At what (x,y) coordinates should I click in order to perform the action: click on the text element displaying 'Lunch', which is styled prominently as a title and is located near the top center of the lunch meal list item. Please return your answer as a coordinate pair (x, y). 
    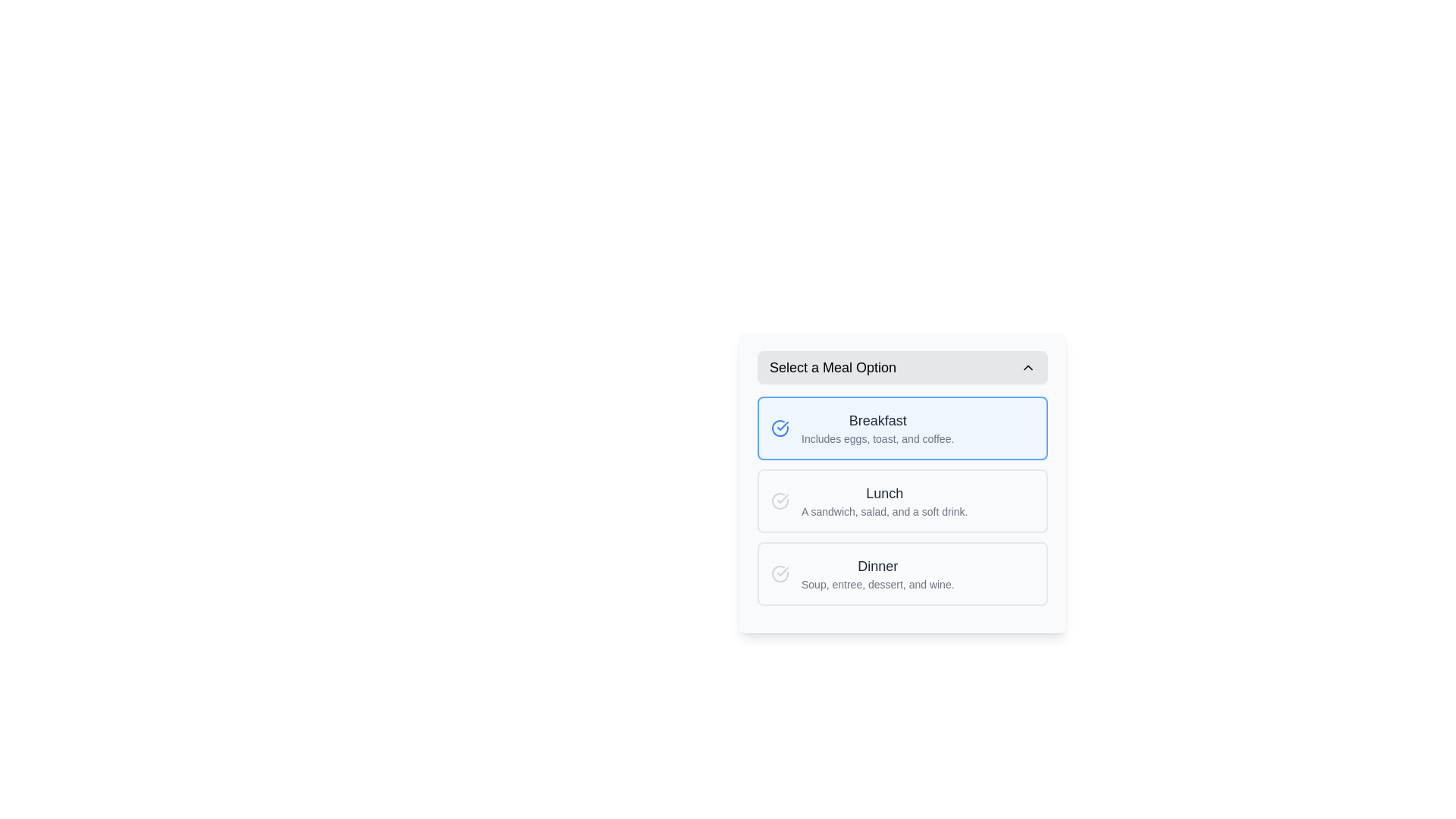
    Looking at the image, I should click on (884, 494).